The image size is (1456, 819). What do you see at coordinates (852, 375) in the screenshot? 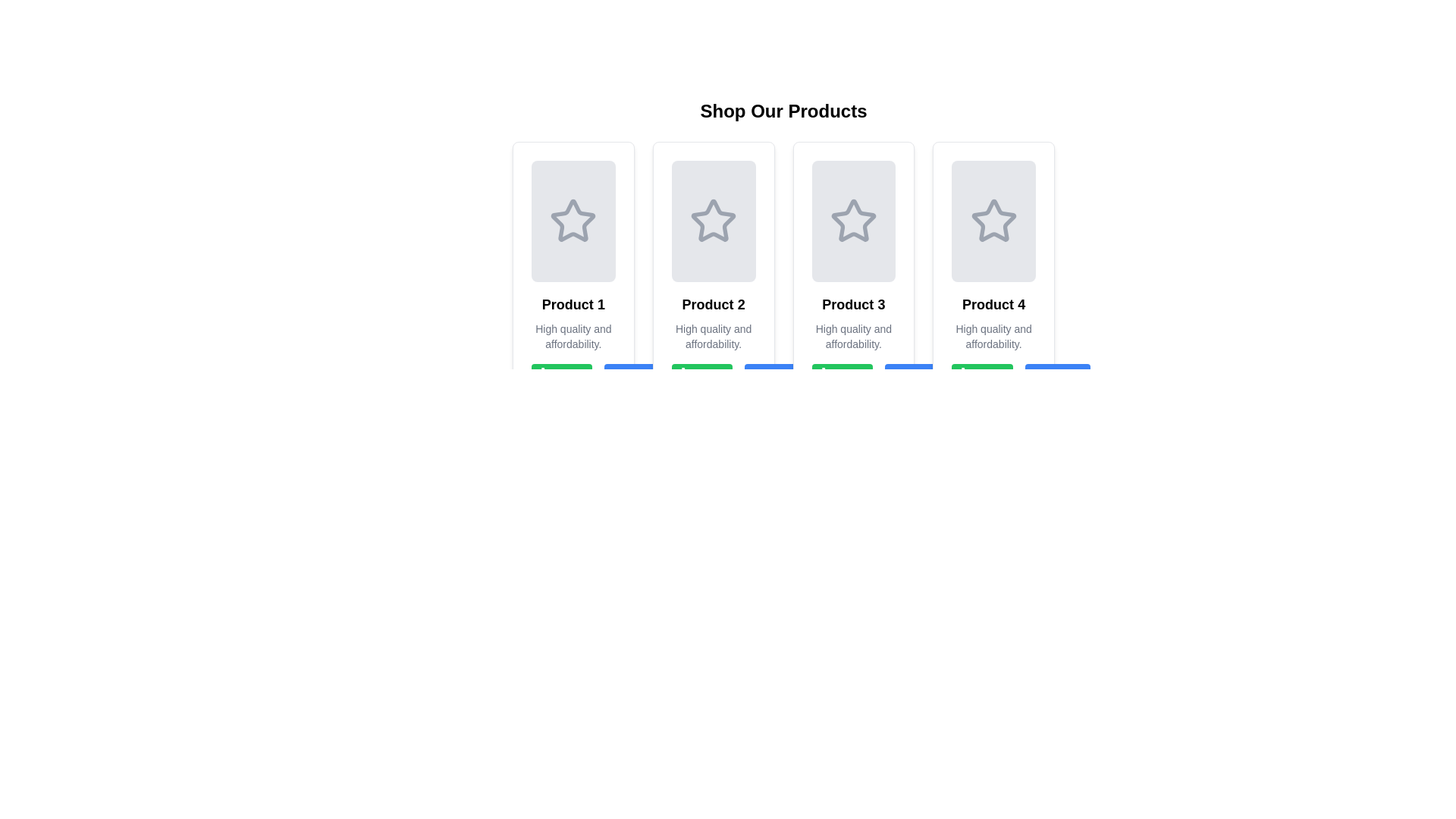
I see `the 'Add' text label located within the green button with a shopping cart icon, positioned below the third product card labeled 'Product 3'` at bounding box center [852, 375].